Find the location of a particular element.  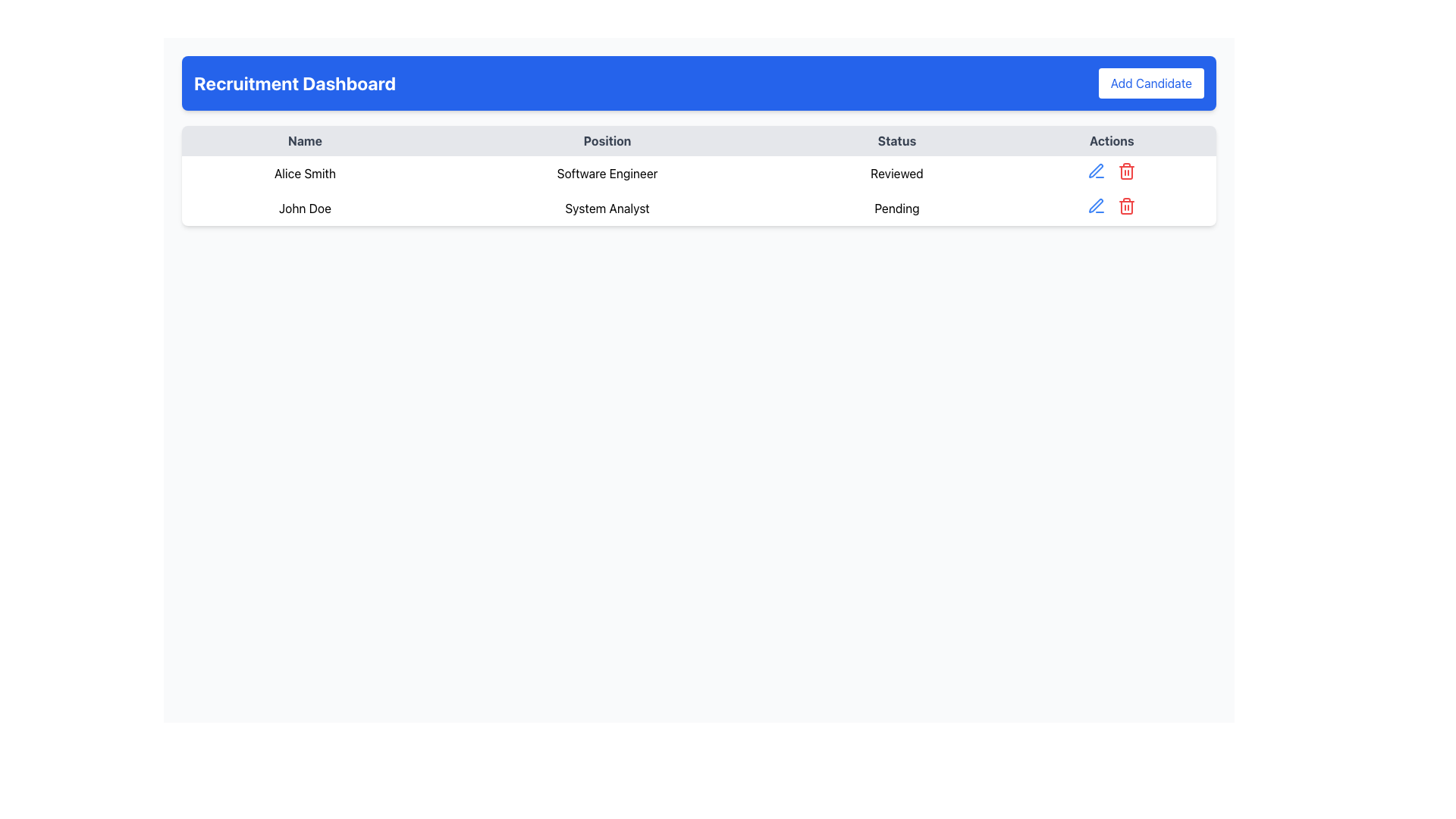

the 'Actions' text label, which is in bold, dark font and located in the top-right section of the table header row, next to the 'Status' column header is located at coordinates (1112, 140).